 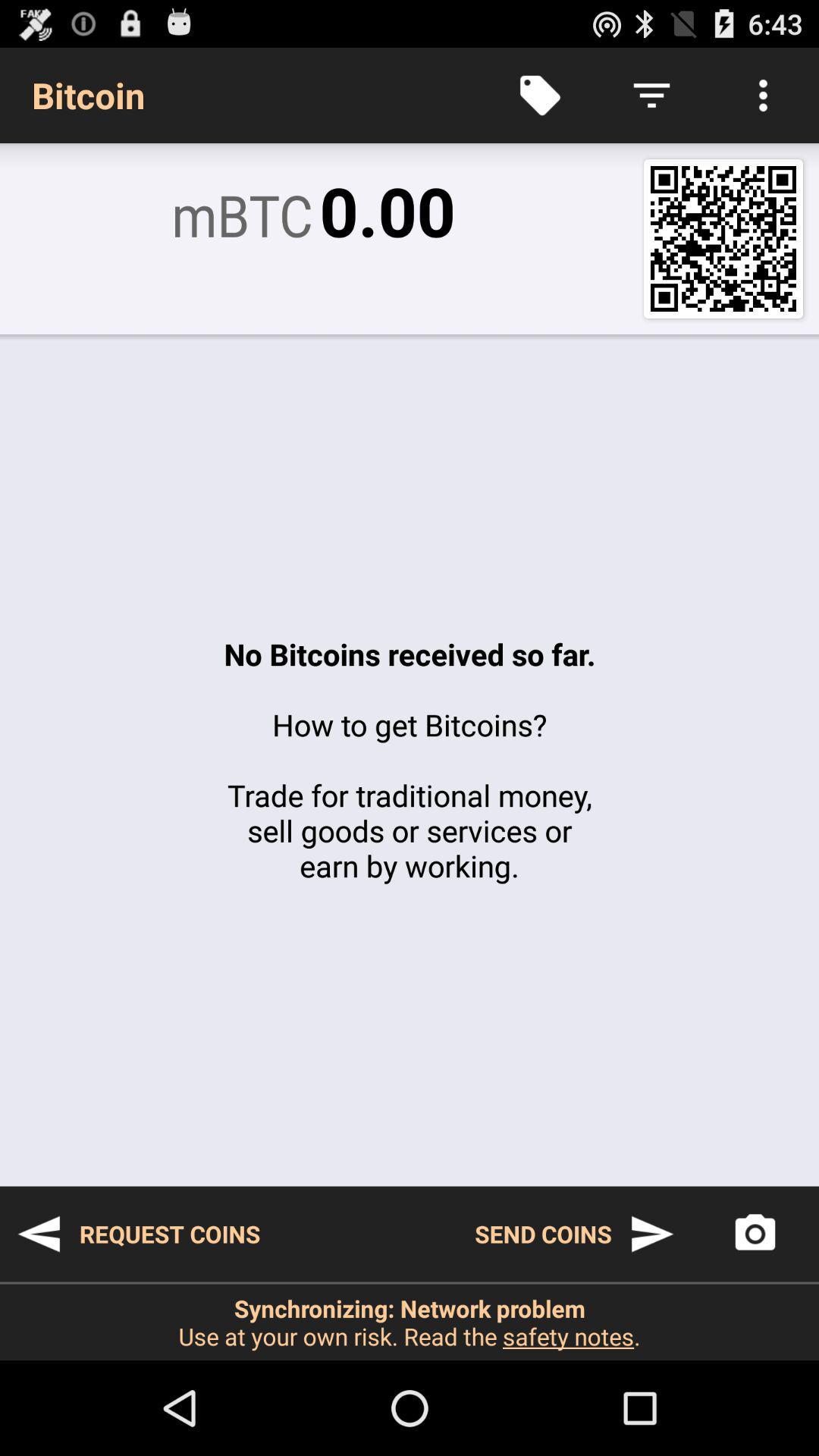 What do you see at coordinates (539, 94) in the screenshot?
I see `the icon next to bitcoin icon` at bounding box center [539, 94].